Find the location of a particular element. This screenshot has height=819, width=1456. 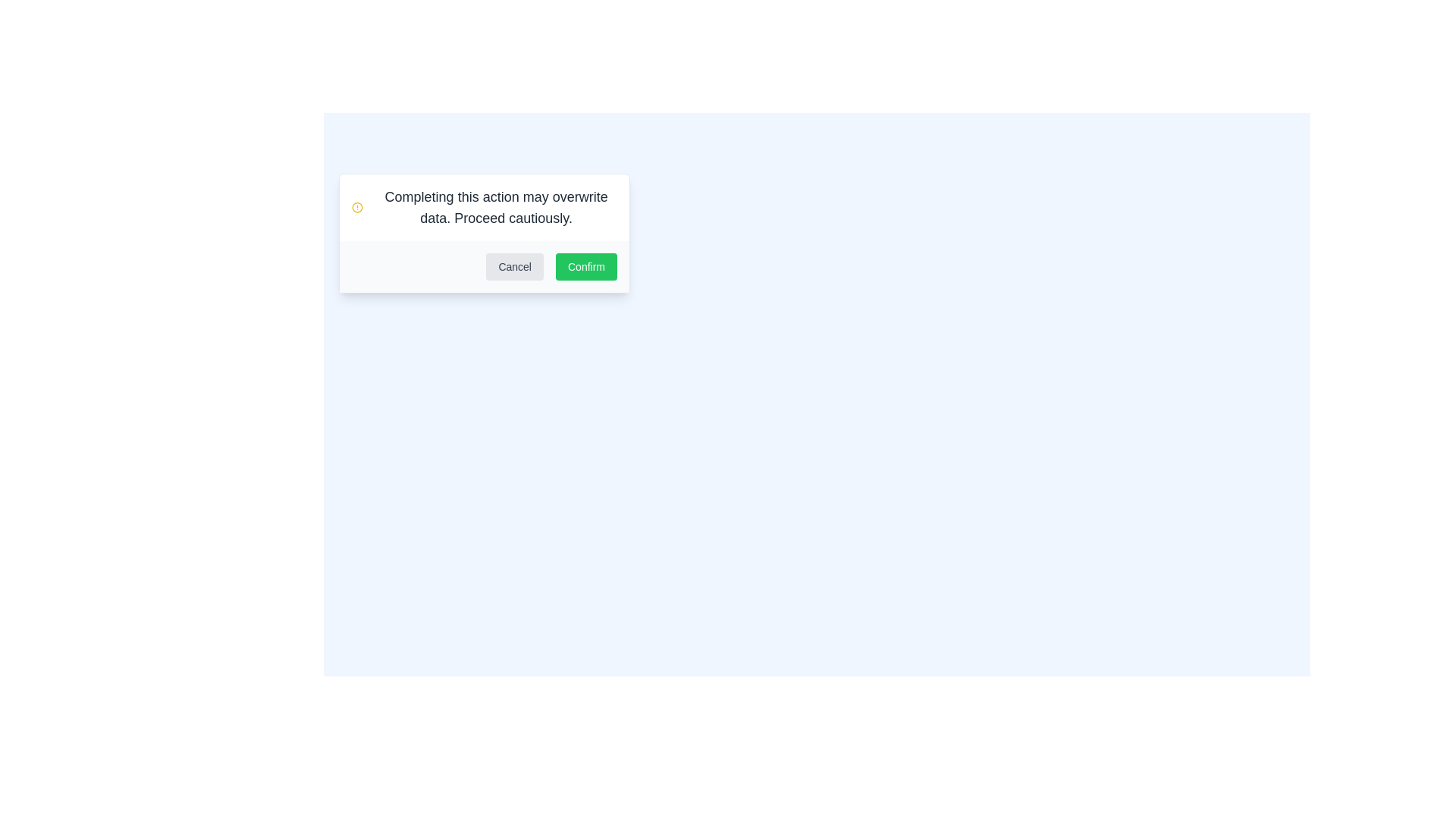

the yellow circular icon with an alert symbol, located to the left of the message box stating 'Completing this action may overwrite data. Proceed cautiously.' is located at coordinates (356, 207).